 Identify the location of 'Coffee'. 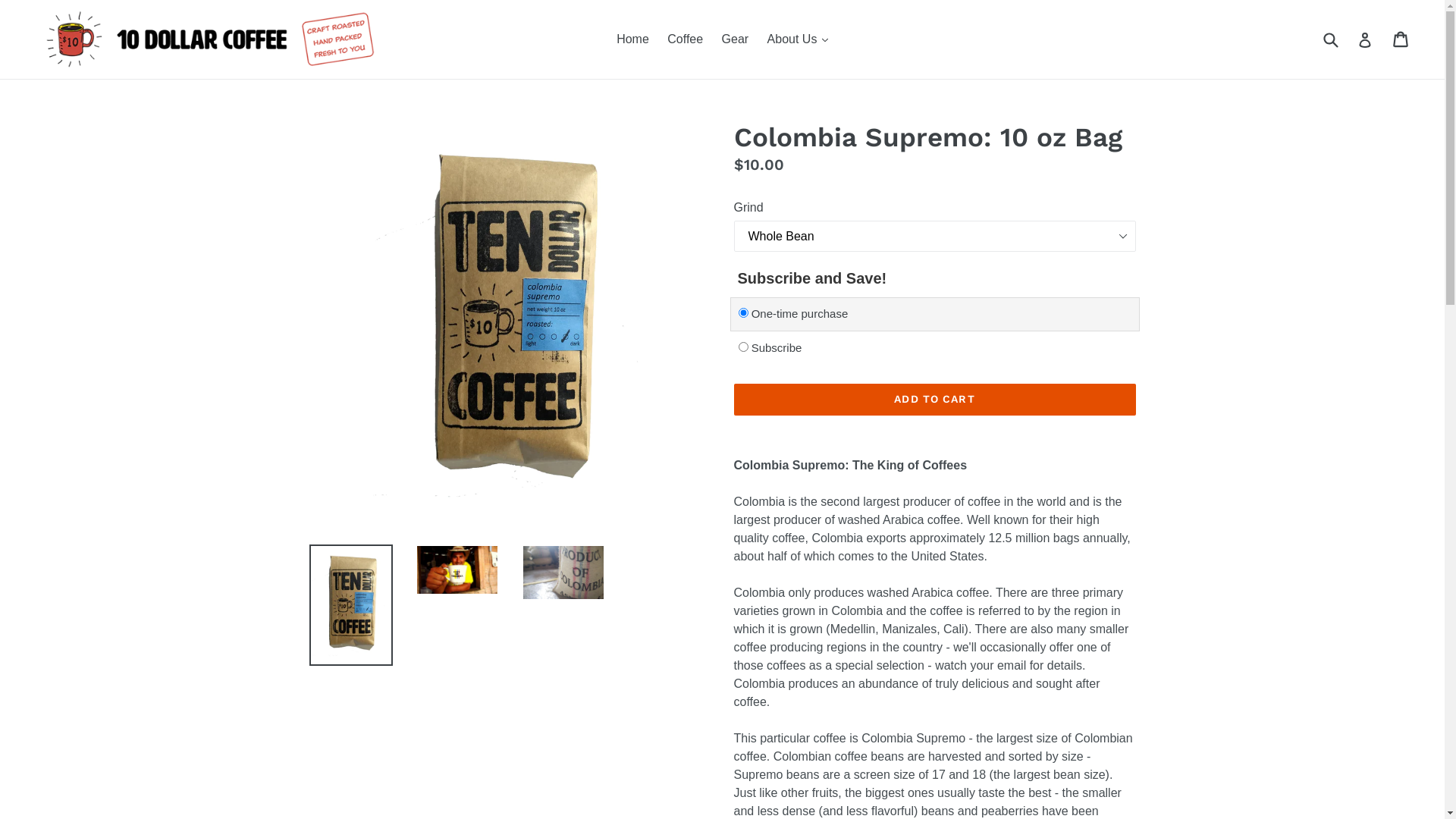
(684, 38).